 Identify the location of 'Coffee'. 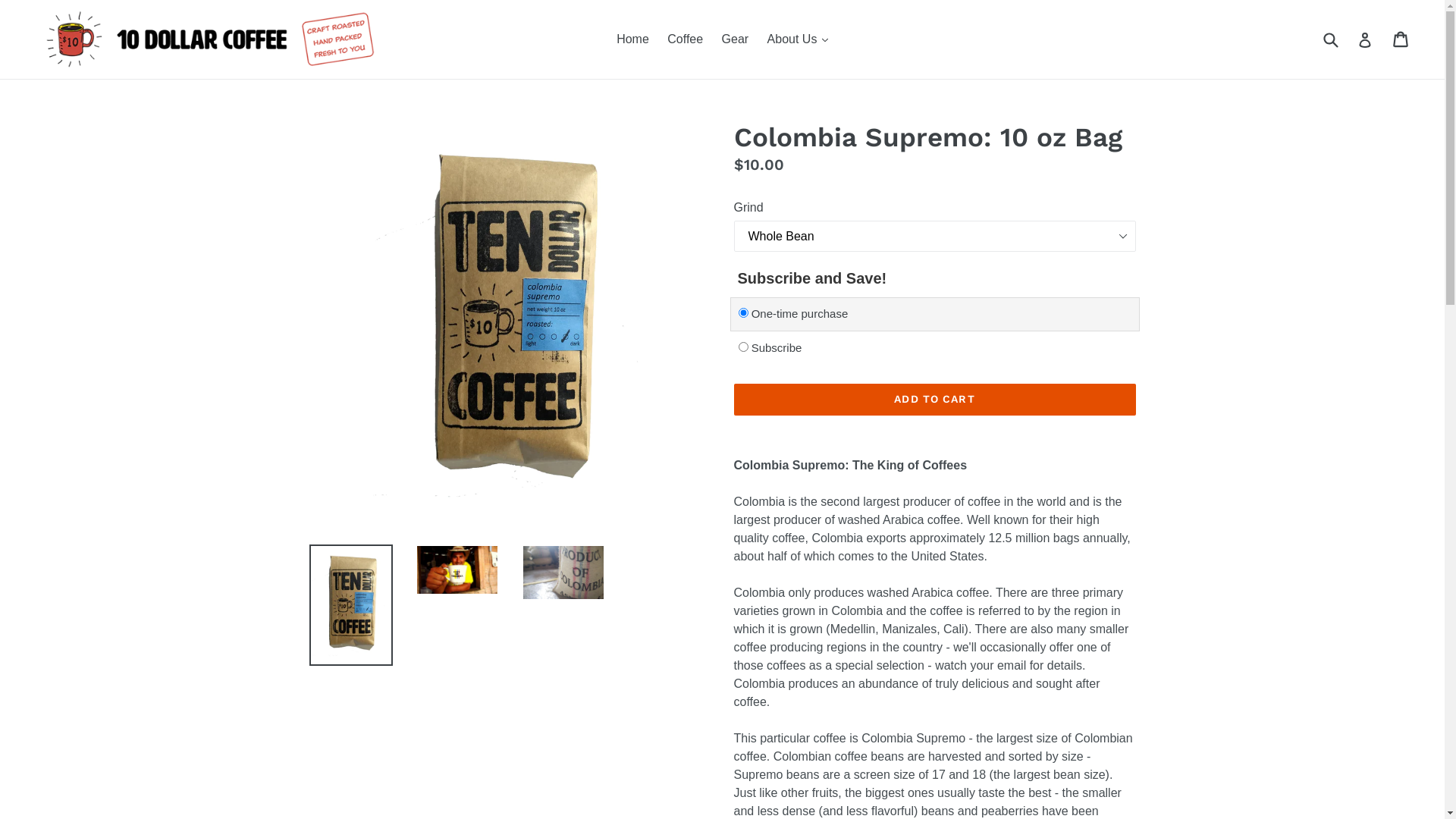
(684, 38).